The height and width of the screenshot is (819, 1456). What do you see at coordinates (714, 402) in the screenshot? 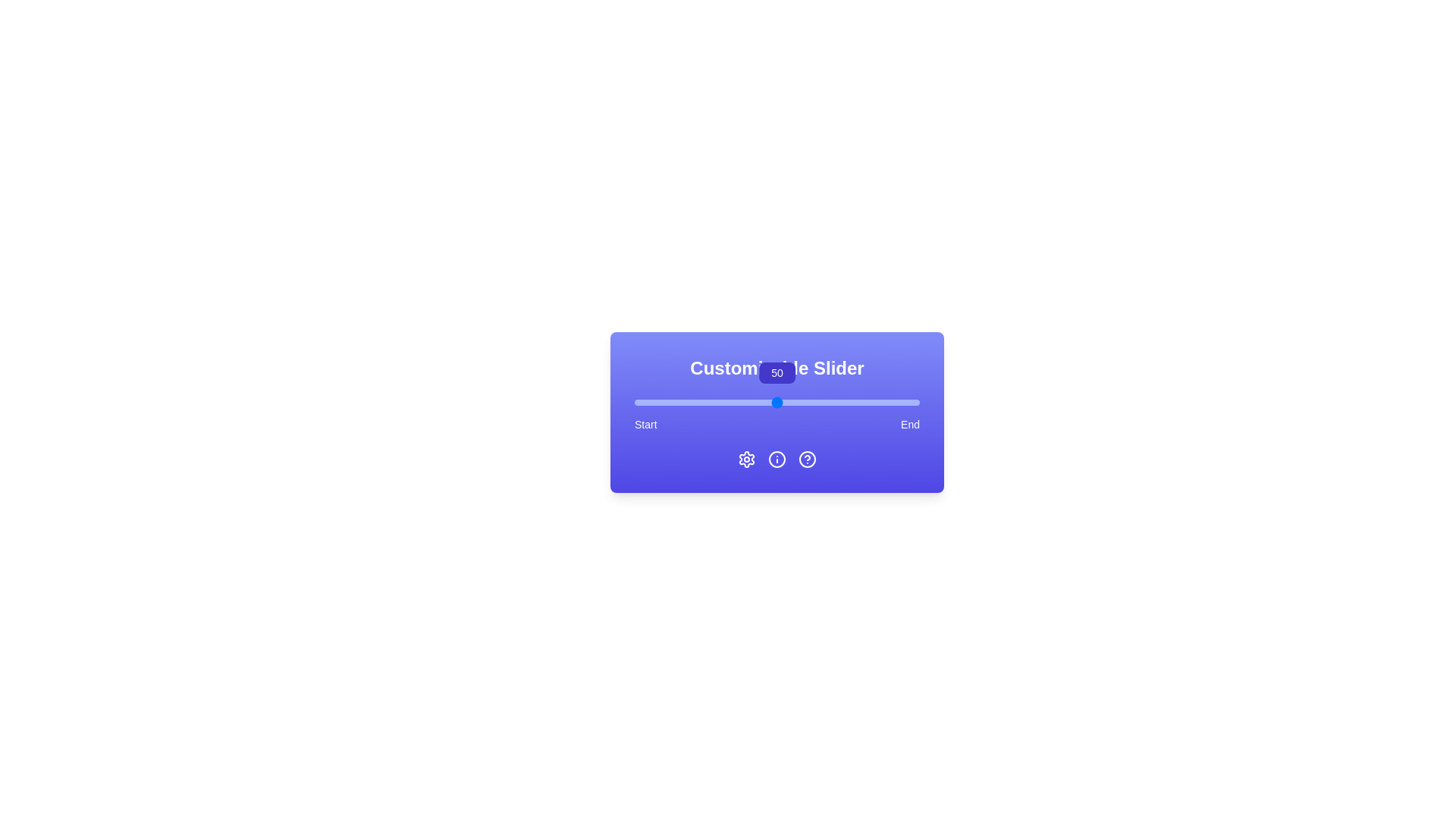
I see `the slider to set the value to 28` at bounding box center [714, 402].